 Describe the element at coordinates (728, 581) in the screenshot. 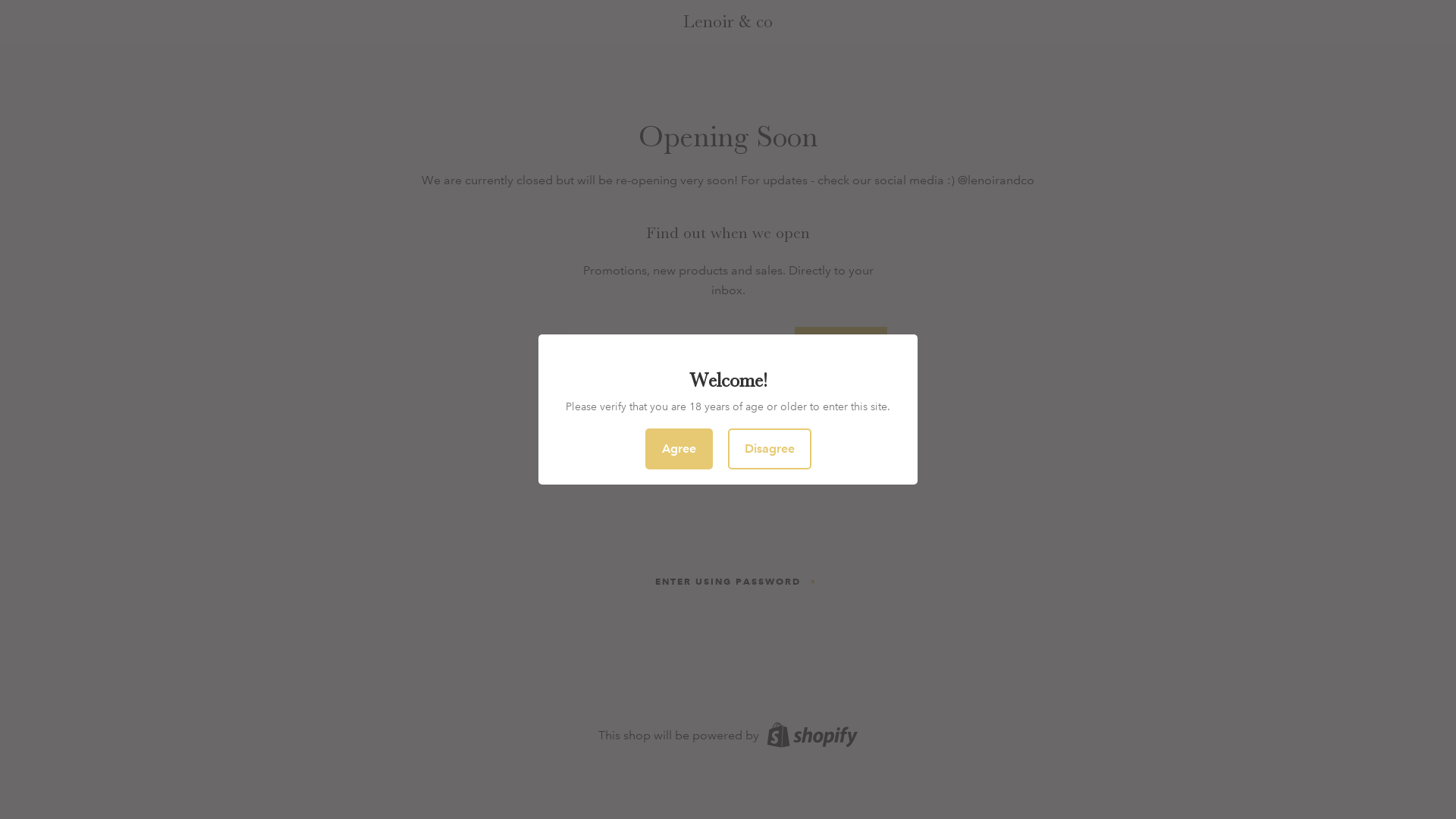

I see `'ENTER USING PASSWORD'` at that location.